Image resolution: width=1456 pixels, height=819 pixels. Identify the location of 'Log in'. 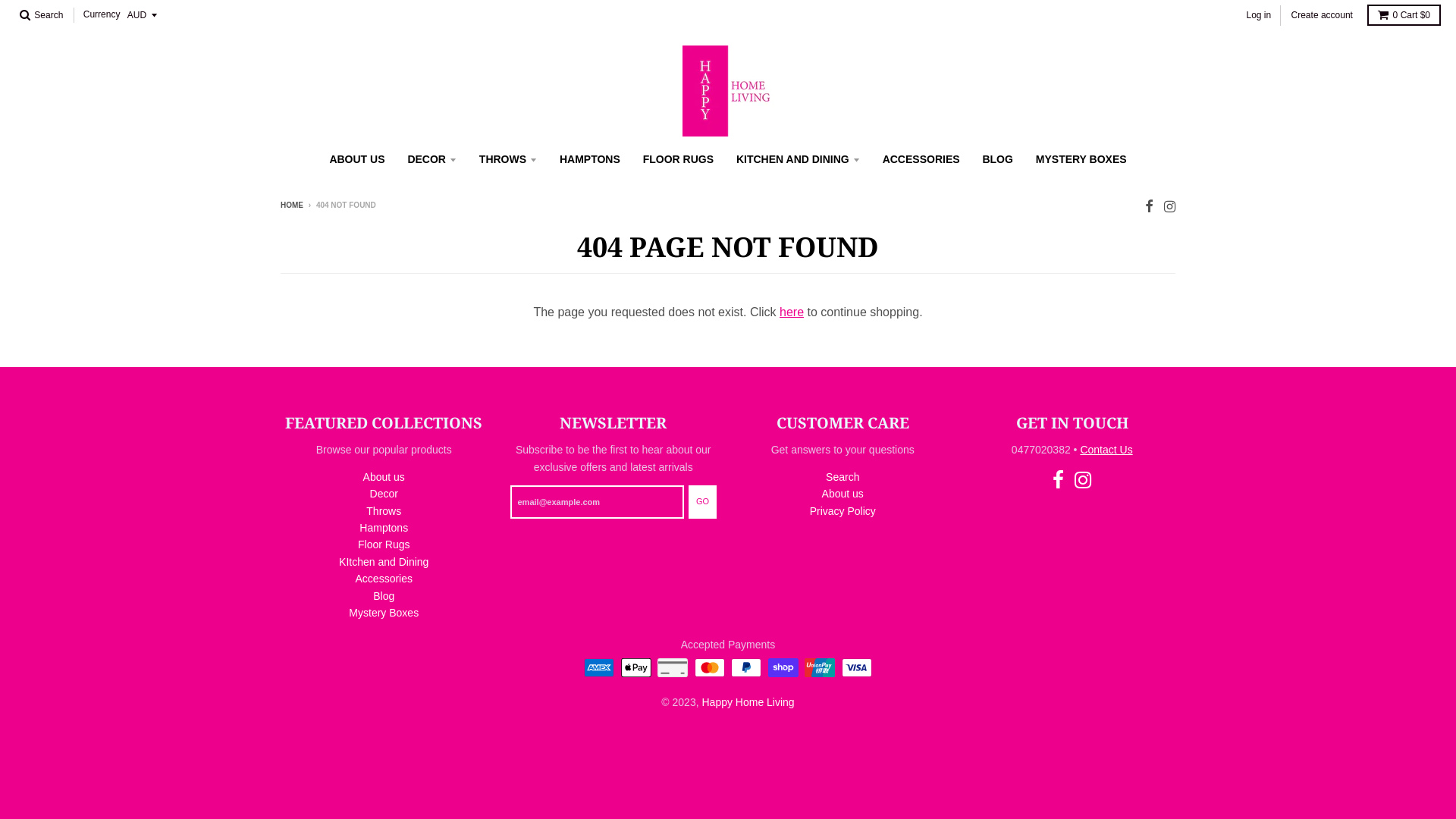
(1258, 14).